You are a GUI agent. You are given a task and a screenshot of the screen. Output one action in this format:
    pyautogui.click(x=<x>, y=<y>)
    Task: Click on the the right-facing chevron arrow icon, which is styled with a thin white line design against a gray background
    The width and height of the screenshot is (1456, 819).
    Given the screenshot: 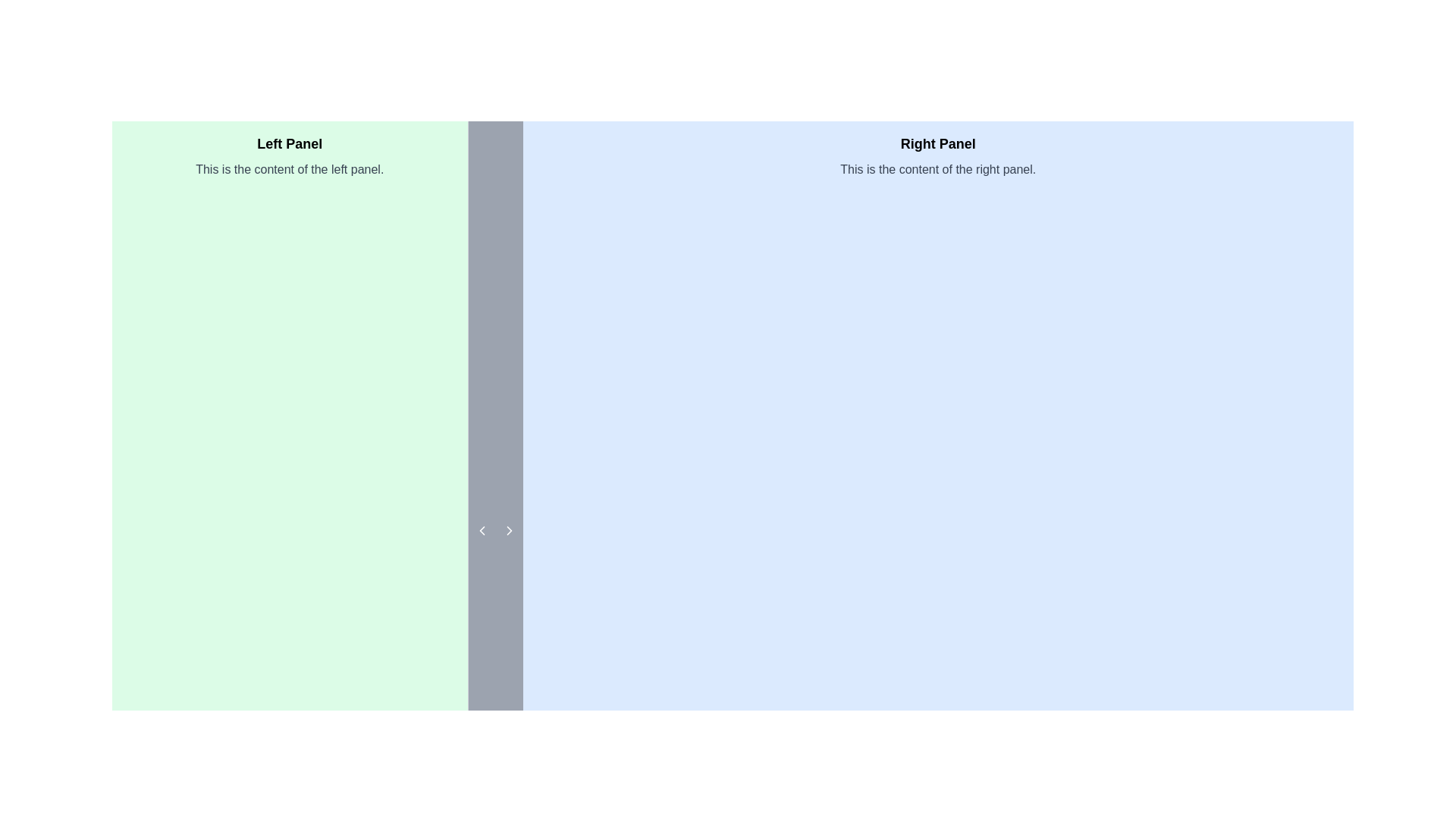 What is the action you would take?
    pyautogui.click(x=509, y=529)
    